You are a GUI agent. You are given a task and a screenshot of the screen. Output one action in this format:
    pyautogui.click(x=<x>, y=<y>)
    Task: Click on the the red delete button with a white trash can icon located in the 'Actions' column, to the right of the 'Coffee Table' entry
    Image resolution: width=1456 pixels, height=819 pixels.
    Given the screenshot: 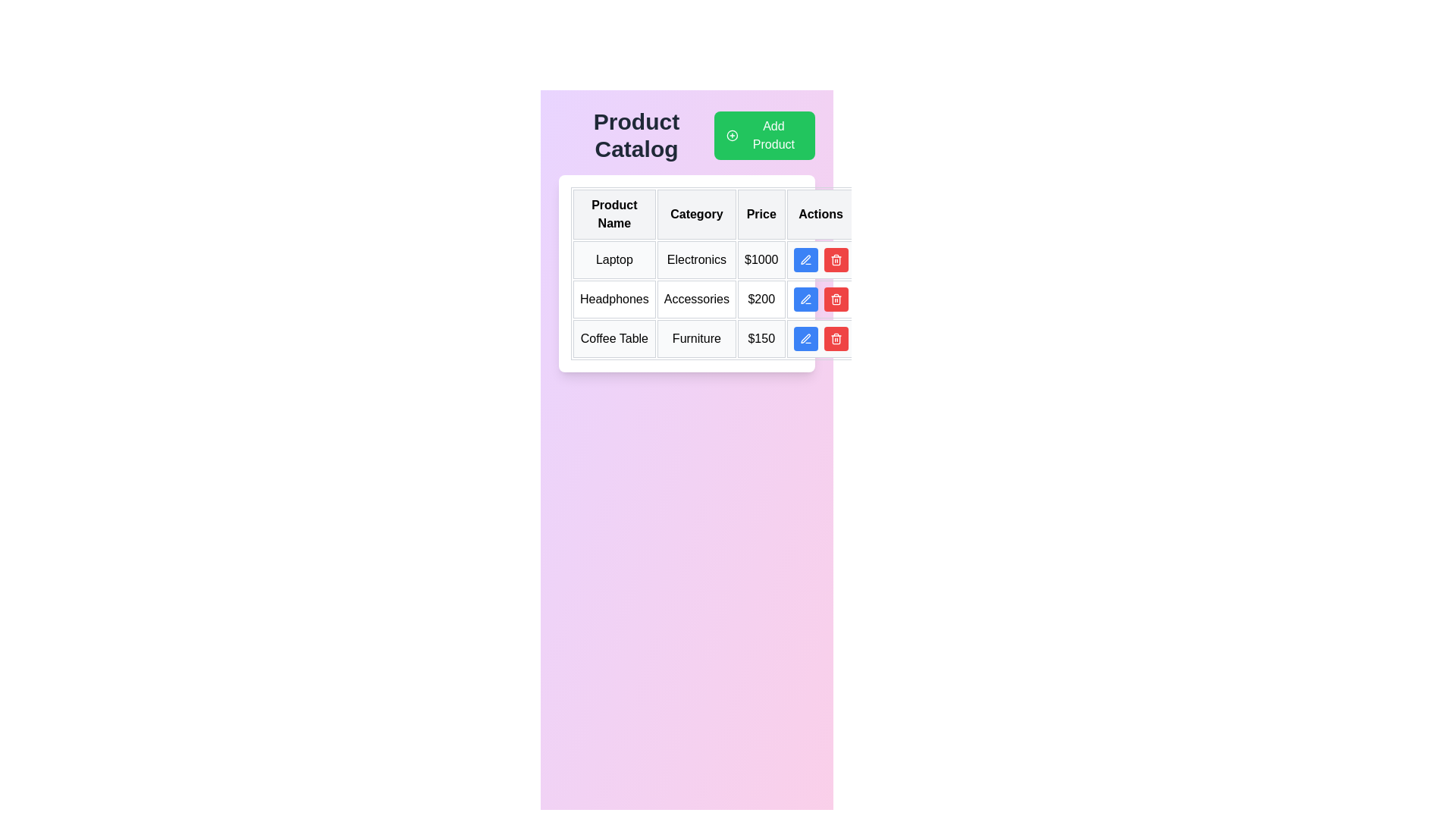 What is the action you would take?
    pyautogui.click(x=835, y=338)
    